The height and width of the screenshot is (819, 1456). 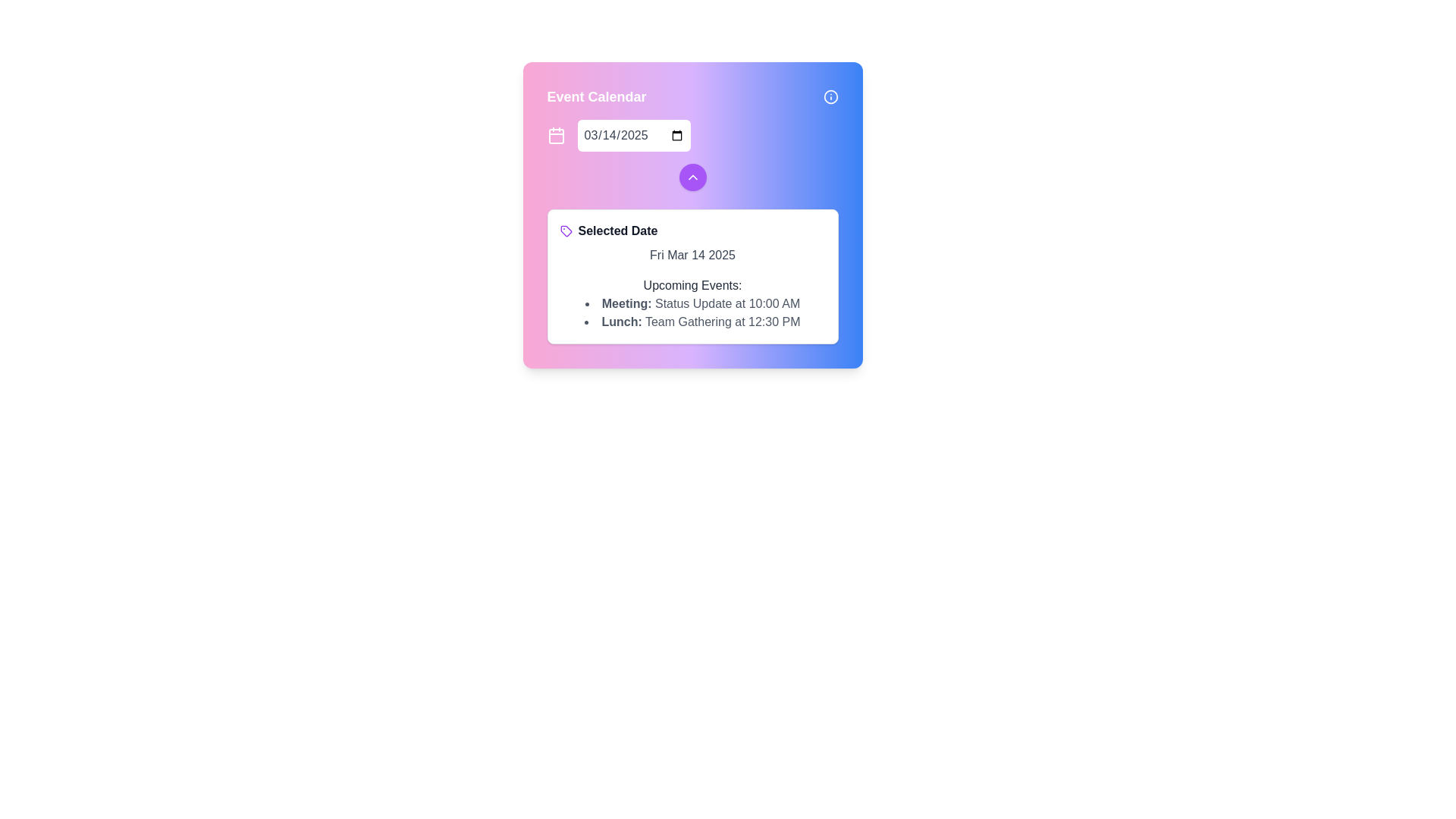 What do you see at coordinates (626, 303) in the screenshot?
I see `the text label that reads 'Meeting:' which is styled in bold and positioned at the start of the event description line for upcoming events` at bounding box center [626, 303].